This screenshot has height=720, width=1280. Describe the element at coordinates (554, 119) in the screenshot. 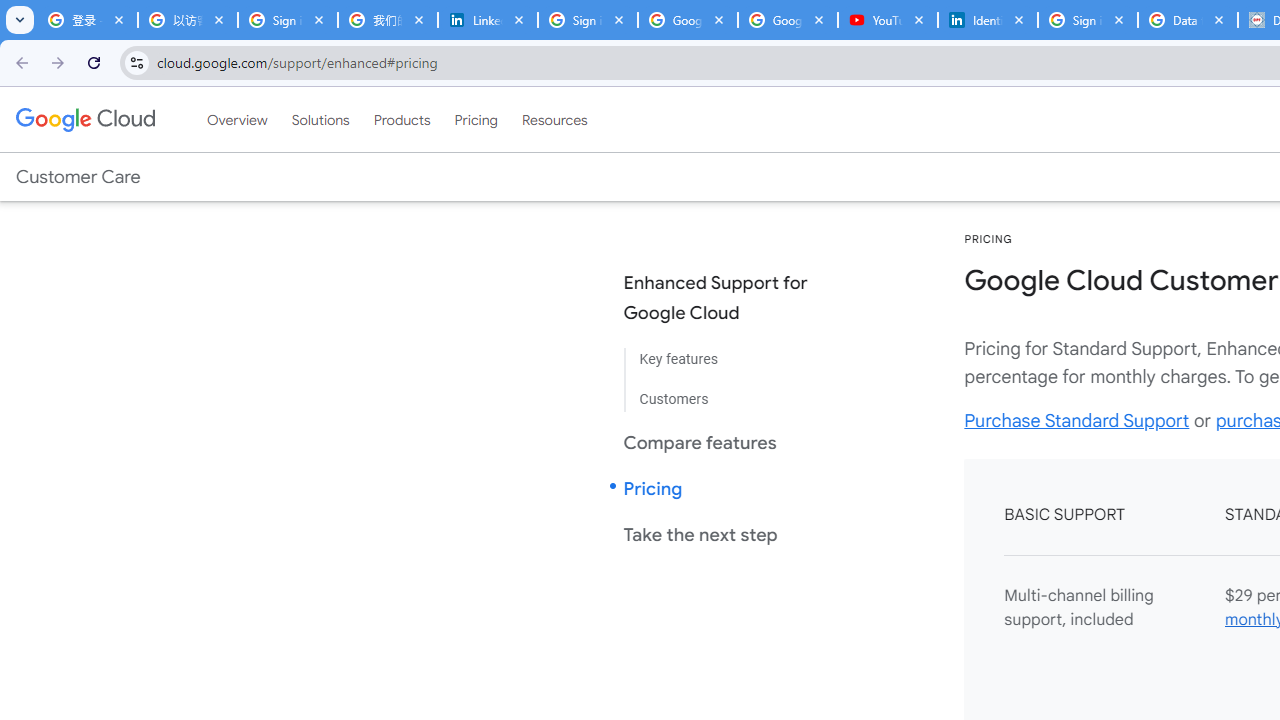

I see `'Resources'` at that location.